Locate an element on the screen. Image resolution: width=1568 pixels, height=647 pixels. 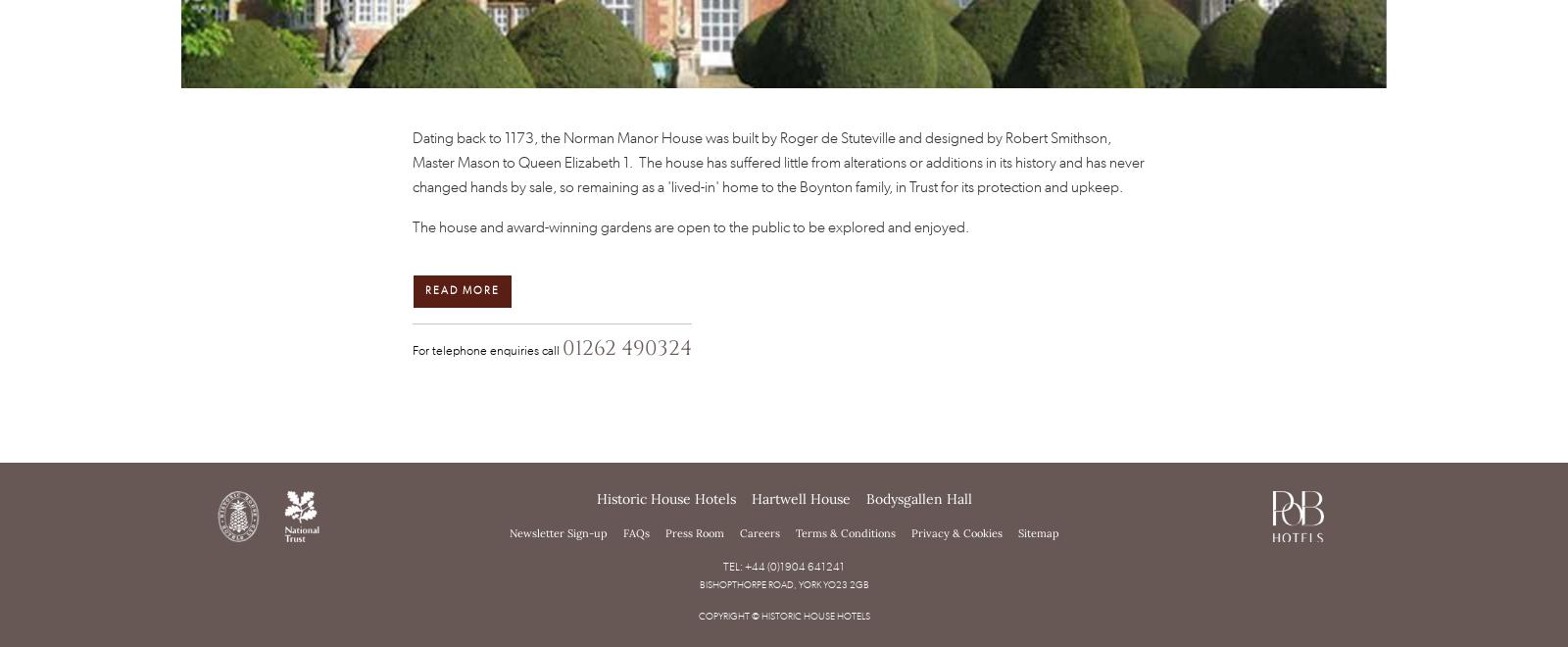
'Newsletter Sign-up' is located at coordinates (556, 531).